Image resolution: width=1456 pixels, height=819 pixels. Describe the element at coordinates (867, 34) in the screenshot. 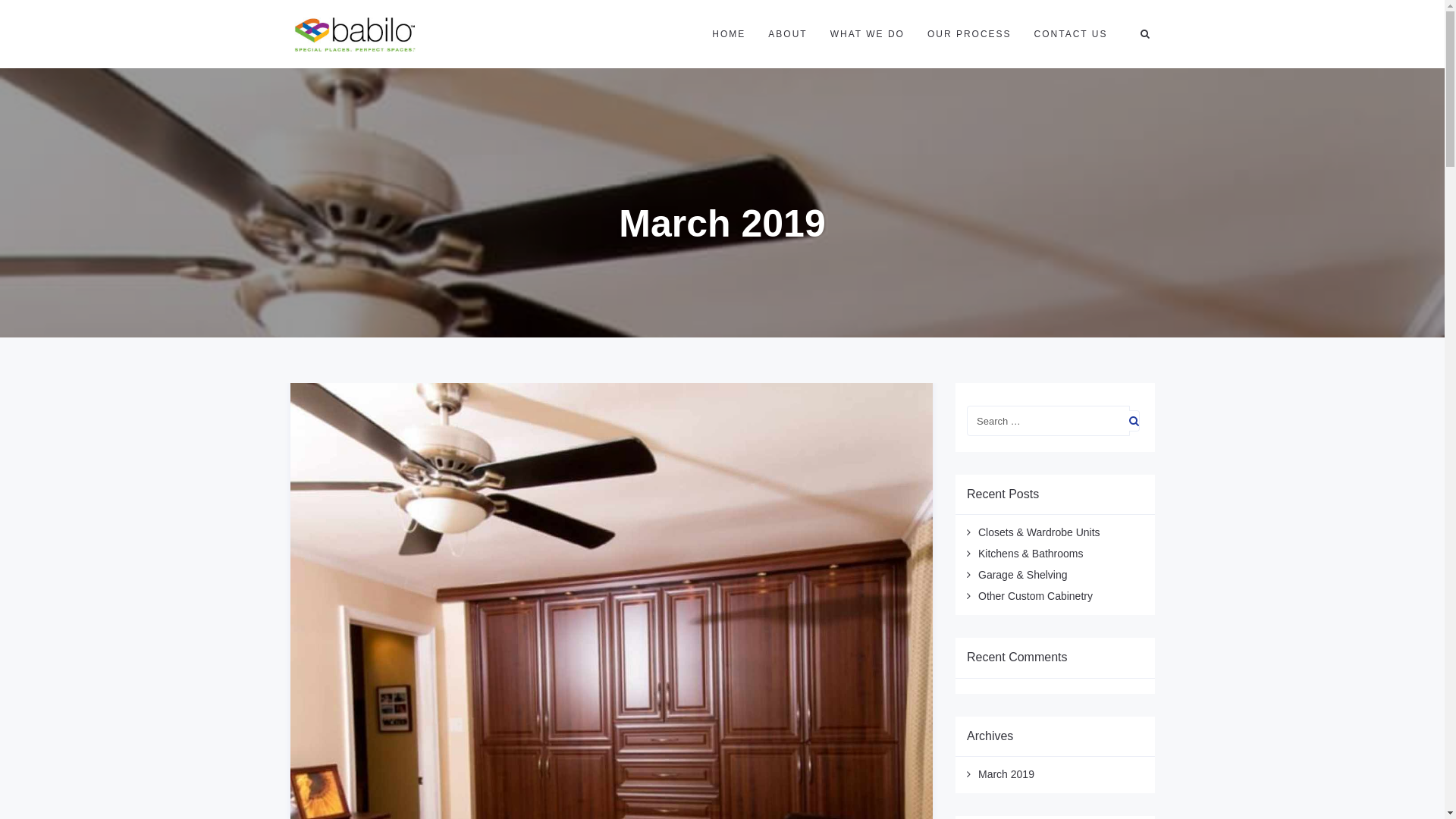

I see `'WHAT WE DO'` at that location.